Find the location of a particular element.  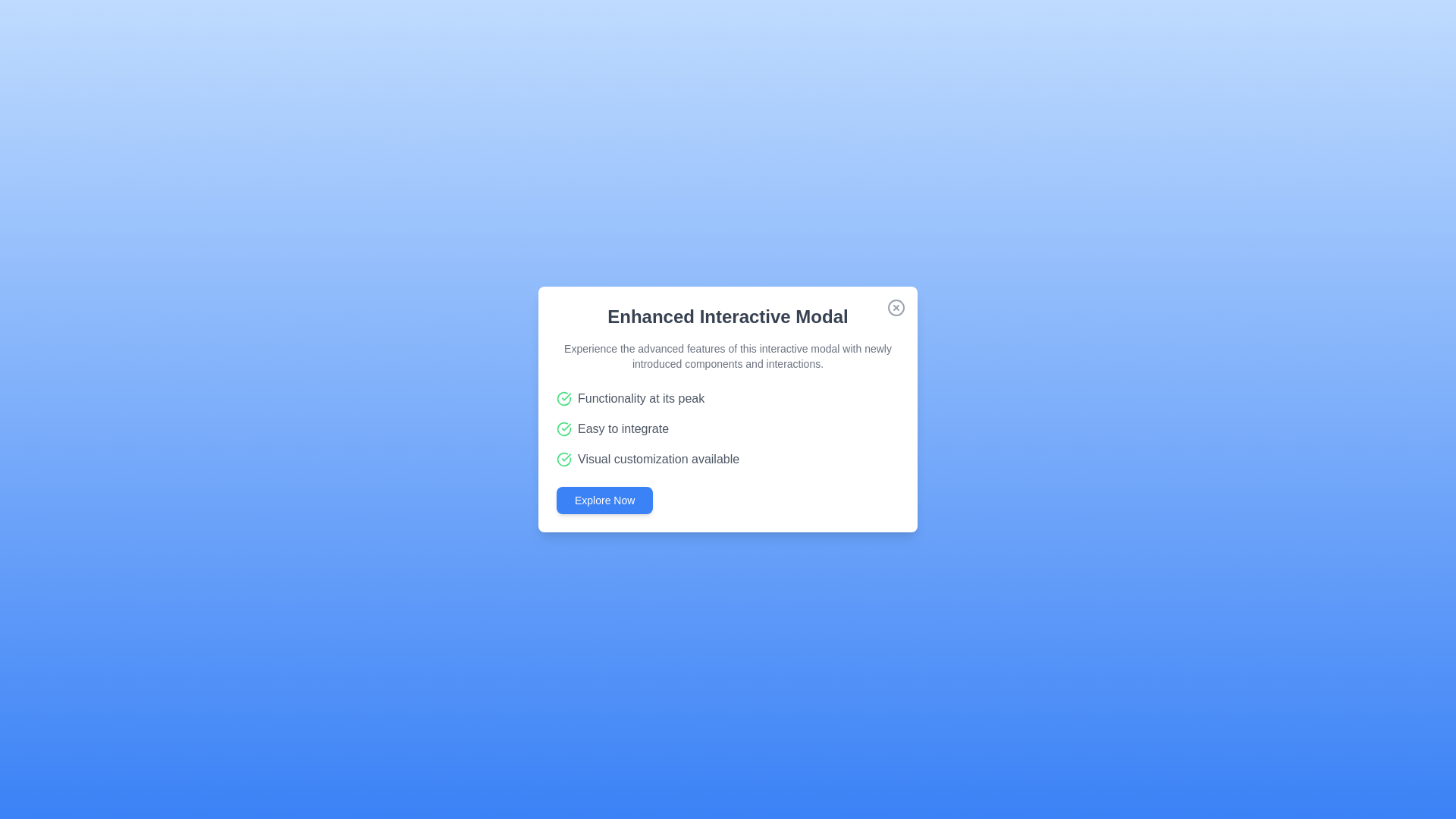

the bold, large heading 'Enhanced Interactive Modal' located at the top of the white rounded modal window is located at coordinates (728, 315).